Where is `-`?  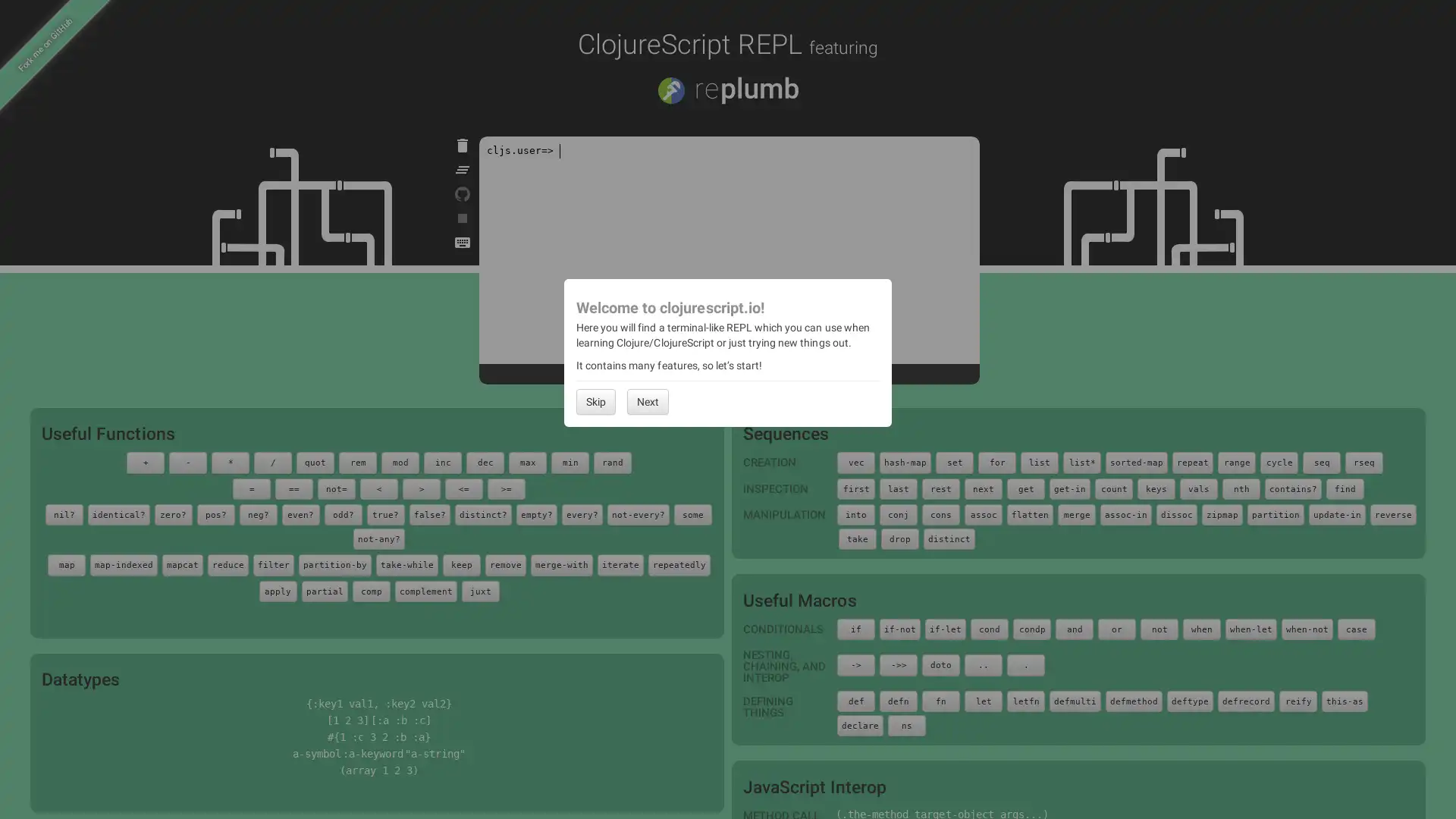
- is located at coordinates (187, 461).